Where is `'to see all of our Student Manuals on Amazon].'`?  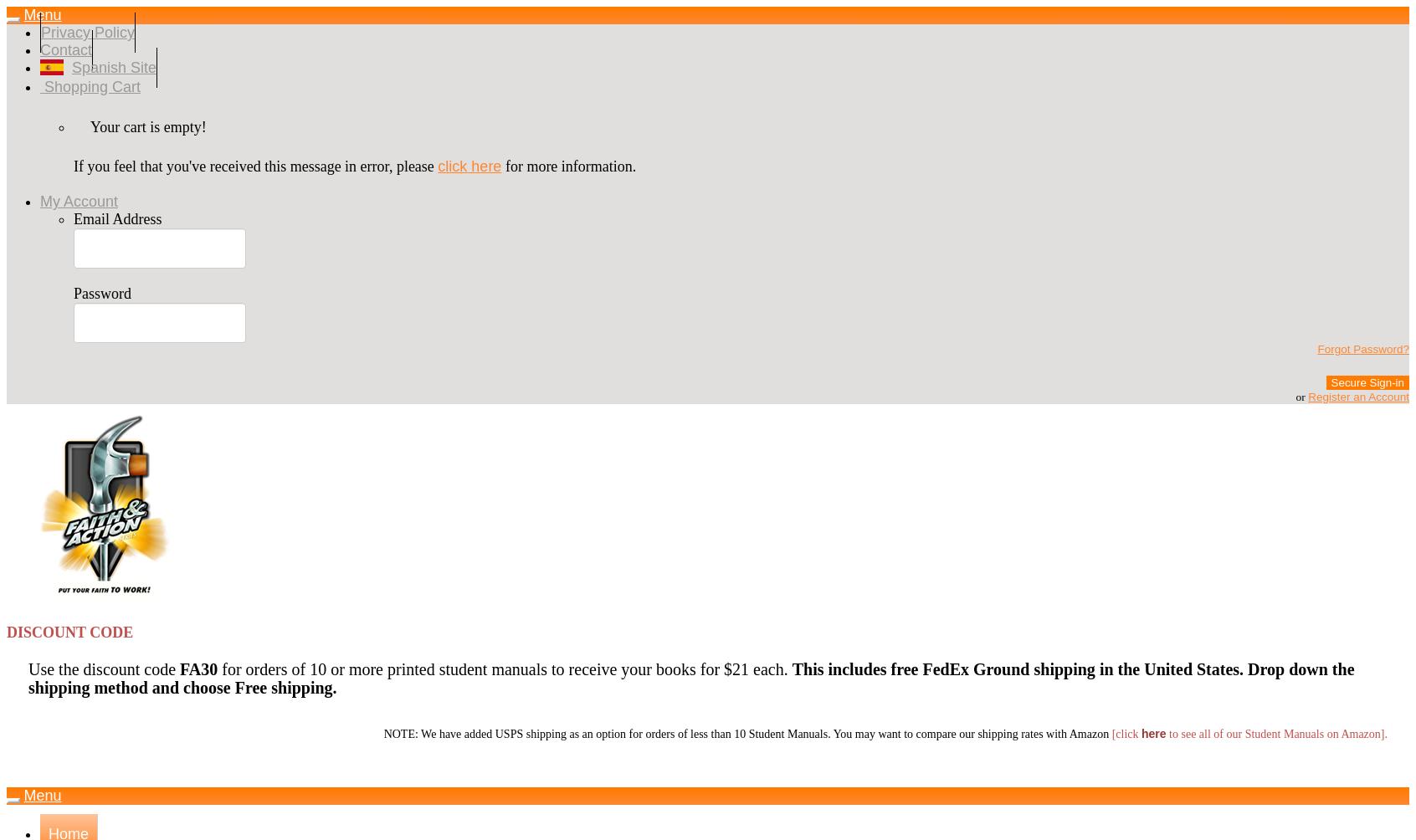 'to see all of our Student Manuals on Amazon].' is located at coordinates (1276, 734).